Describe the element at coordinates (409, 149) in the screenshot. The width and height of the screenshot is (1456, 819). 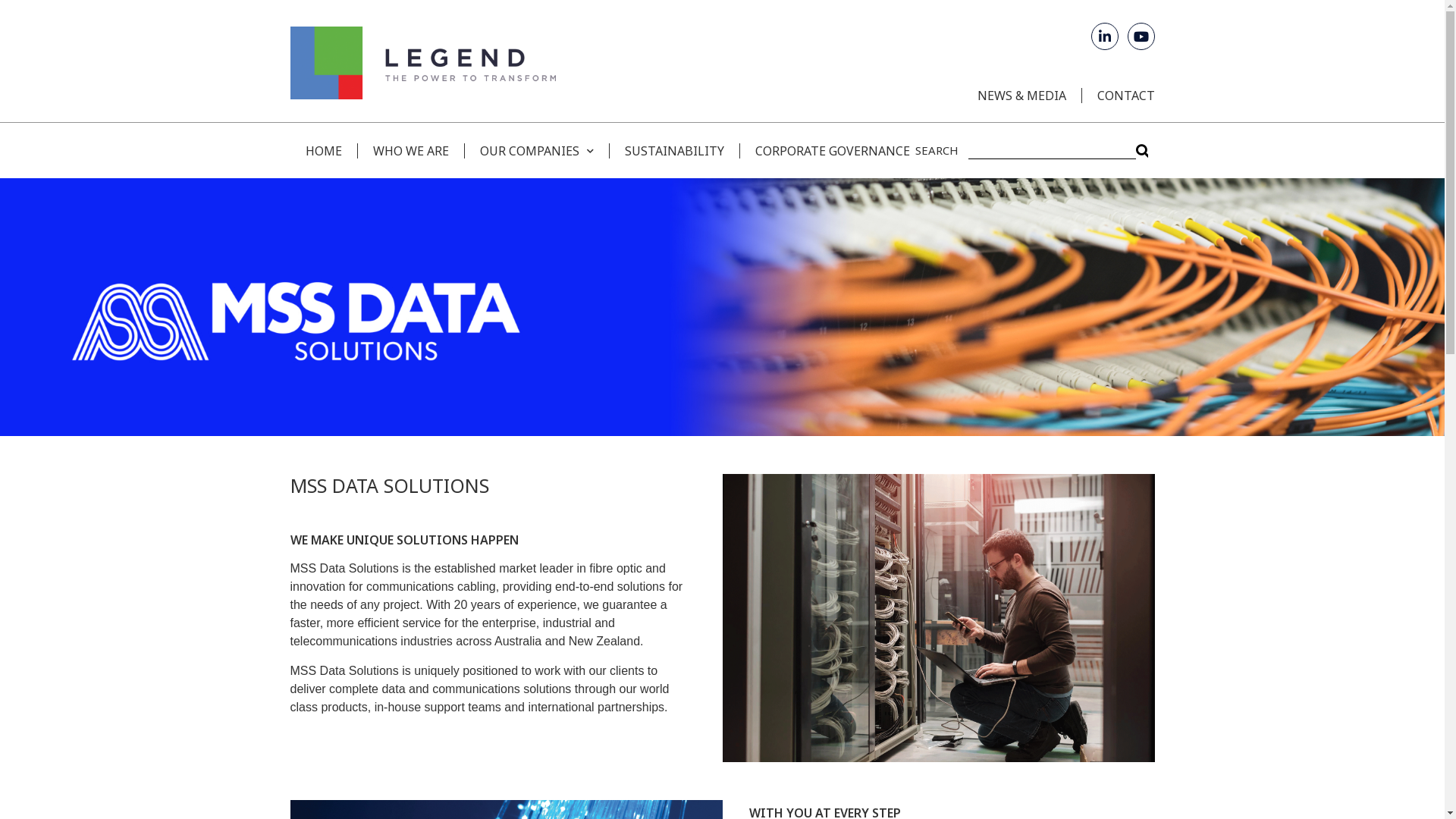
I see `'WHO WE ARE'` at that location.